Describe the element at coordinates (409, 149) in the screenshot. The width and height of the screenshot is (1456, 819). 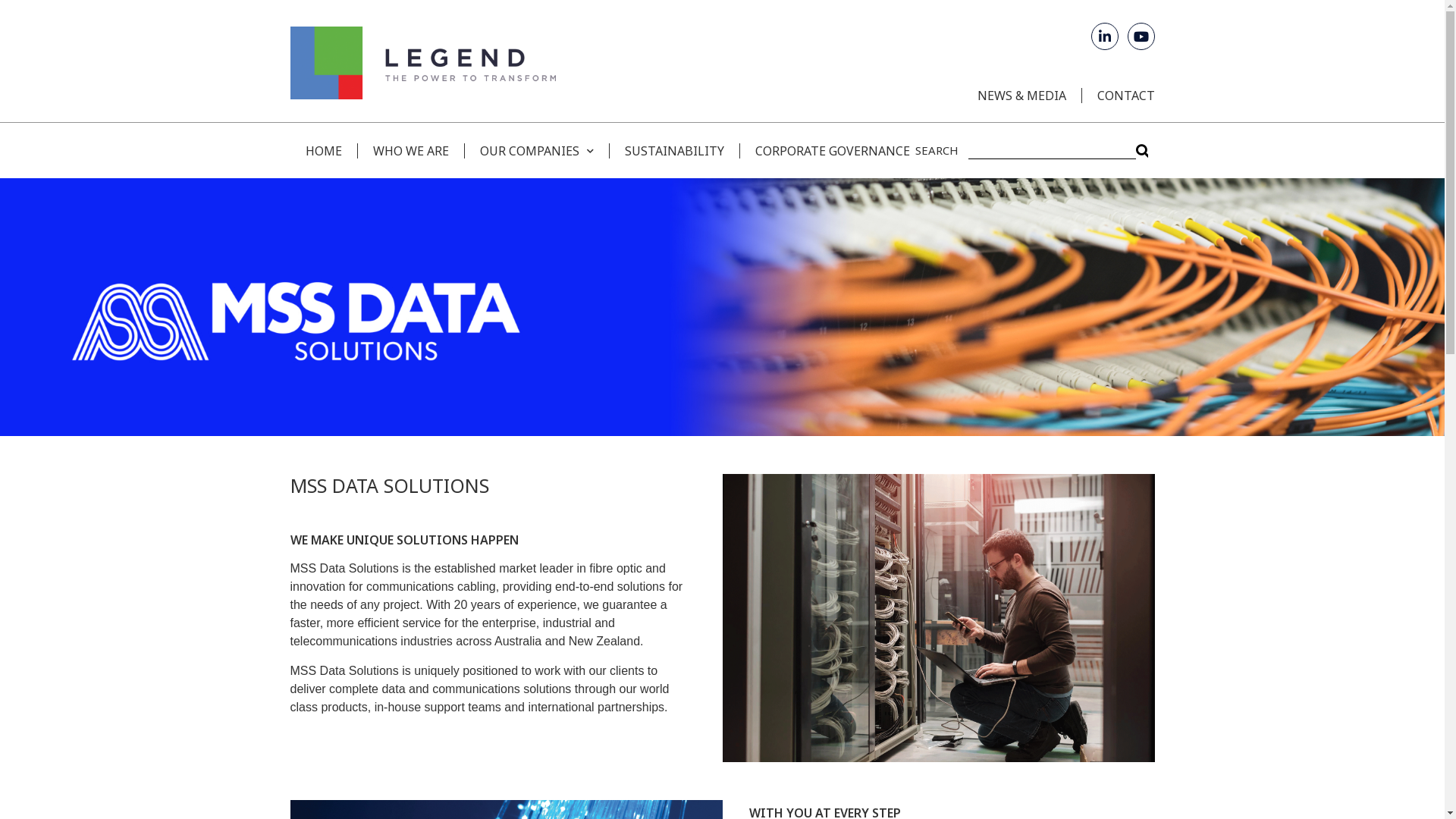
I see `'WHO WE ARE'` at that location.